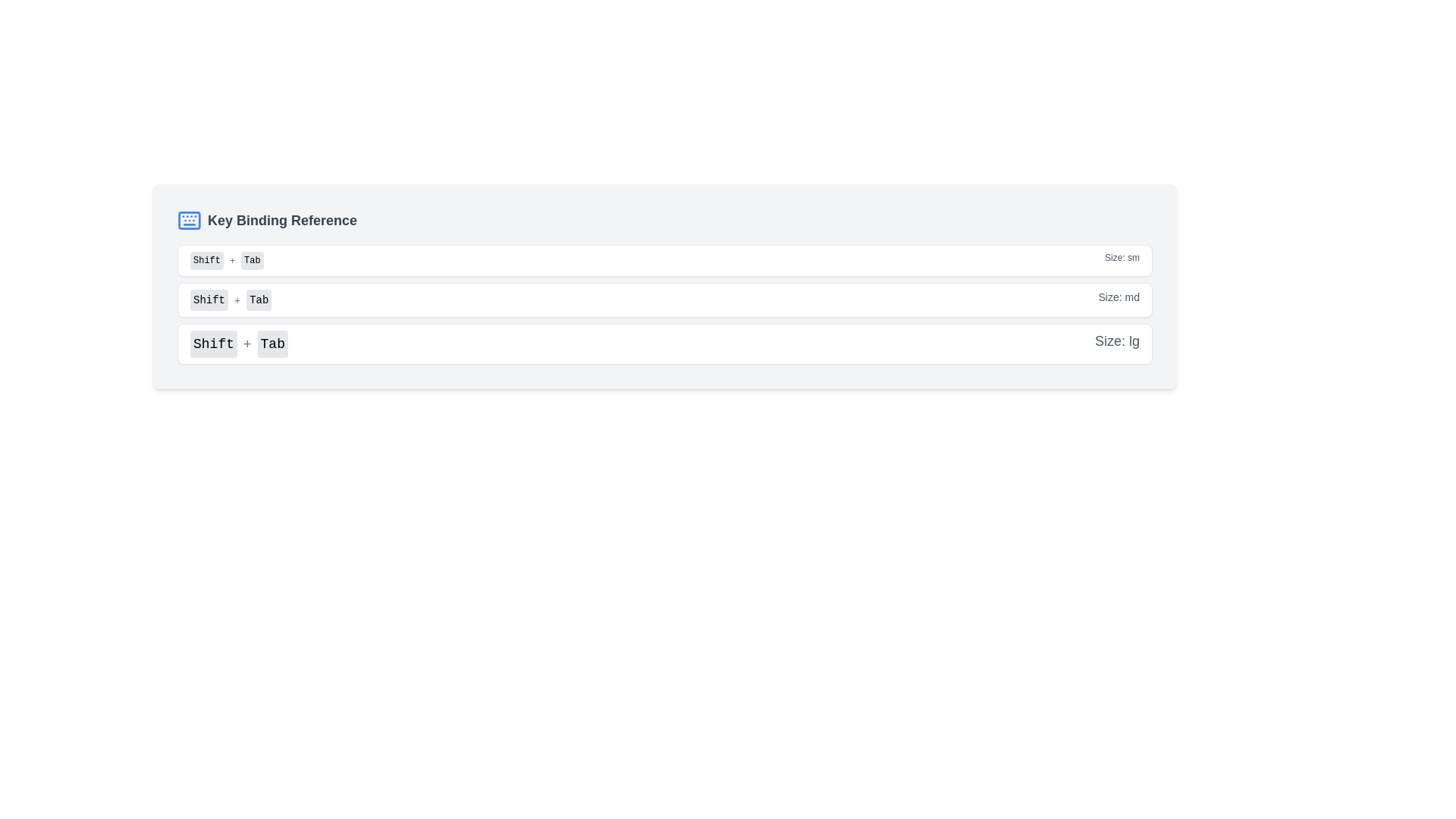 The height and width of the screenshot is (819, 1456). Describe the element at coordinates (206, 259) in the screenshot. I see `the non-interactive button representing the 'Shift' key located near the top section of the interface` at that location.